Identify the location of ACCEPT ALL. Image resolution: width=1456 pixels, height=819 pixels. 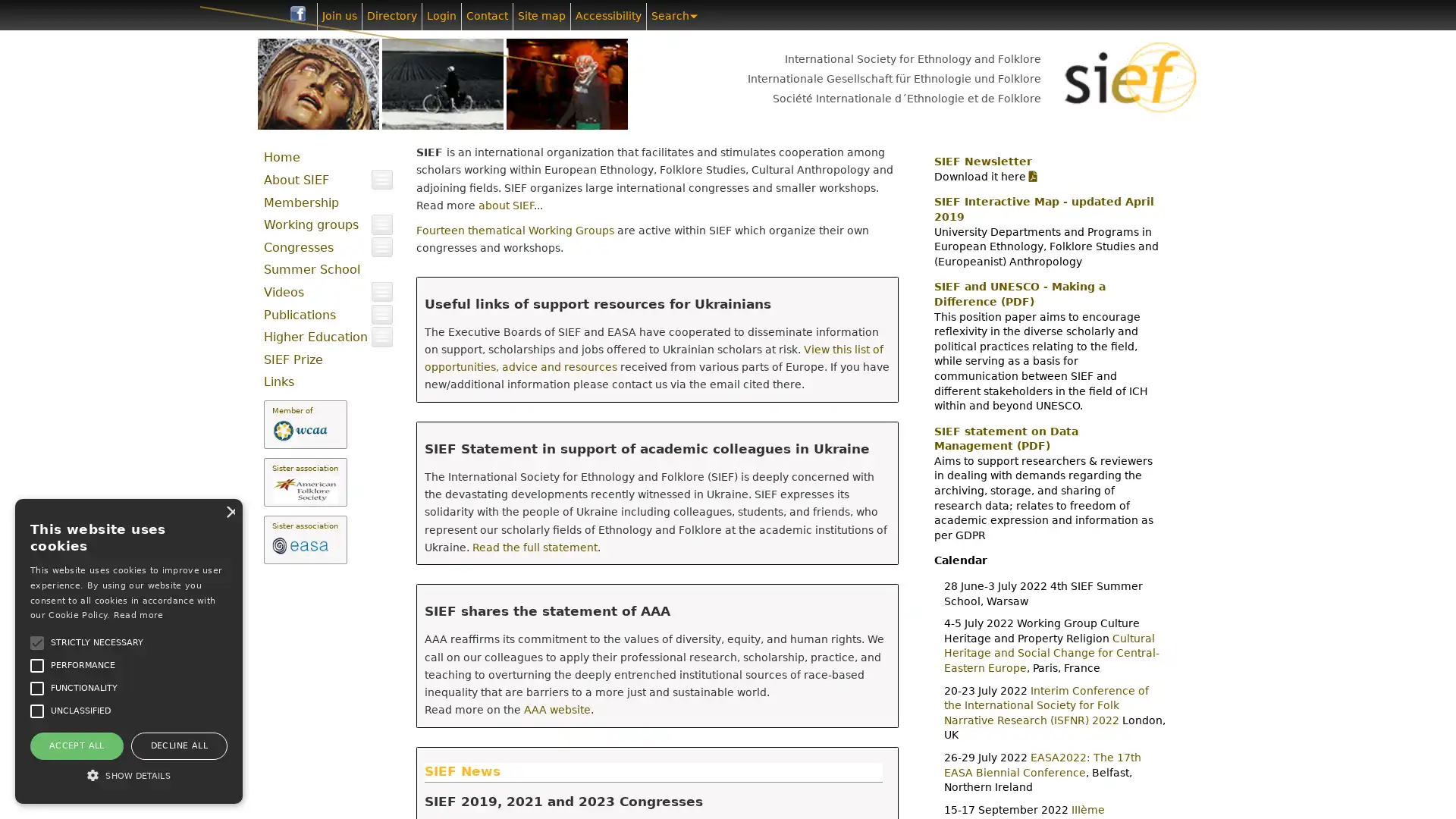
(75, 745).